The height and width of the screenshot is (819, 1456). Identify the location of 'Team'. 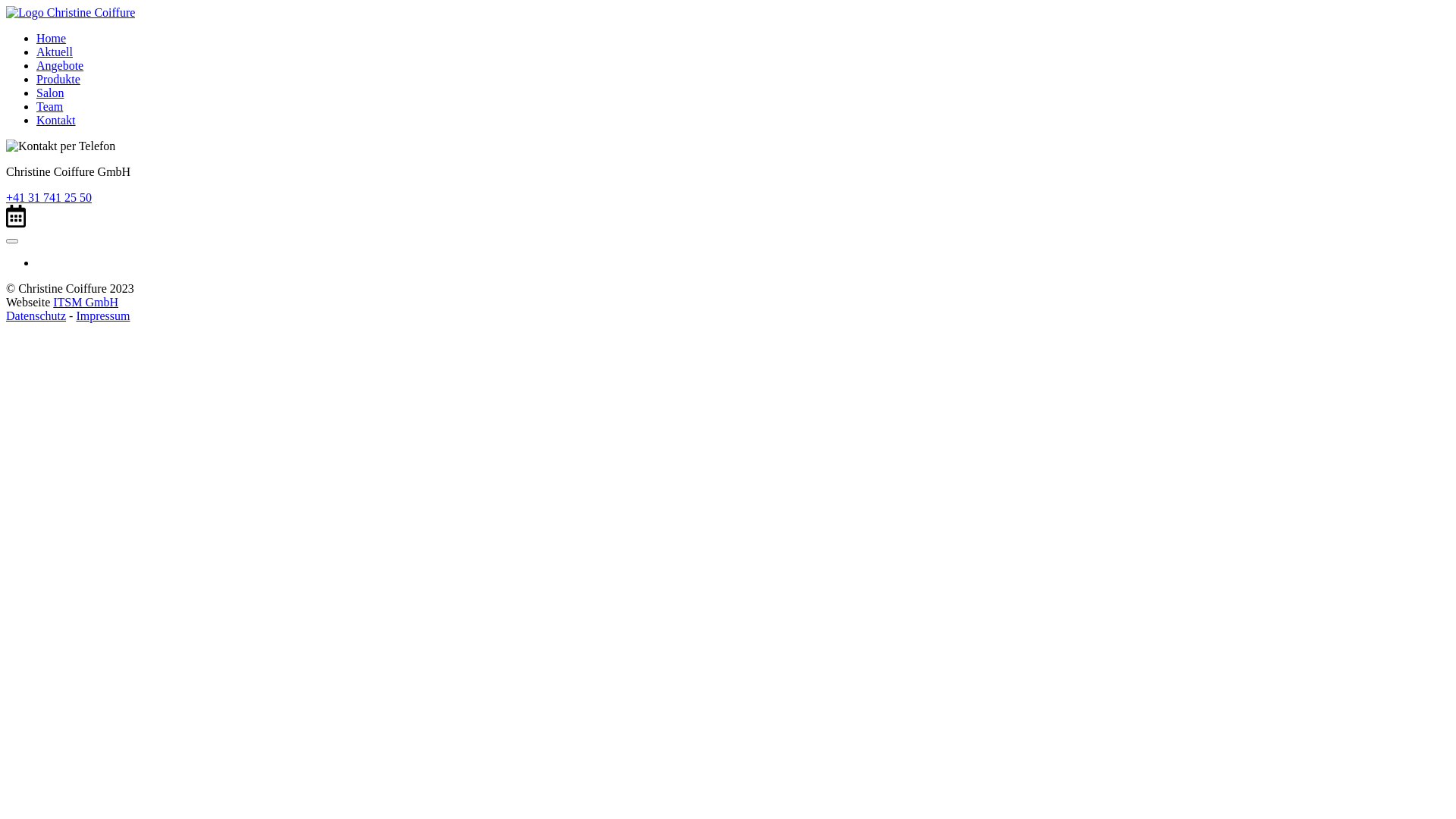
(49, 105).